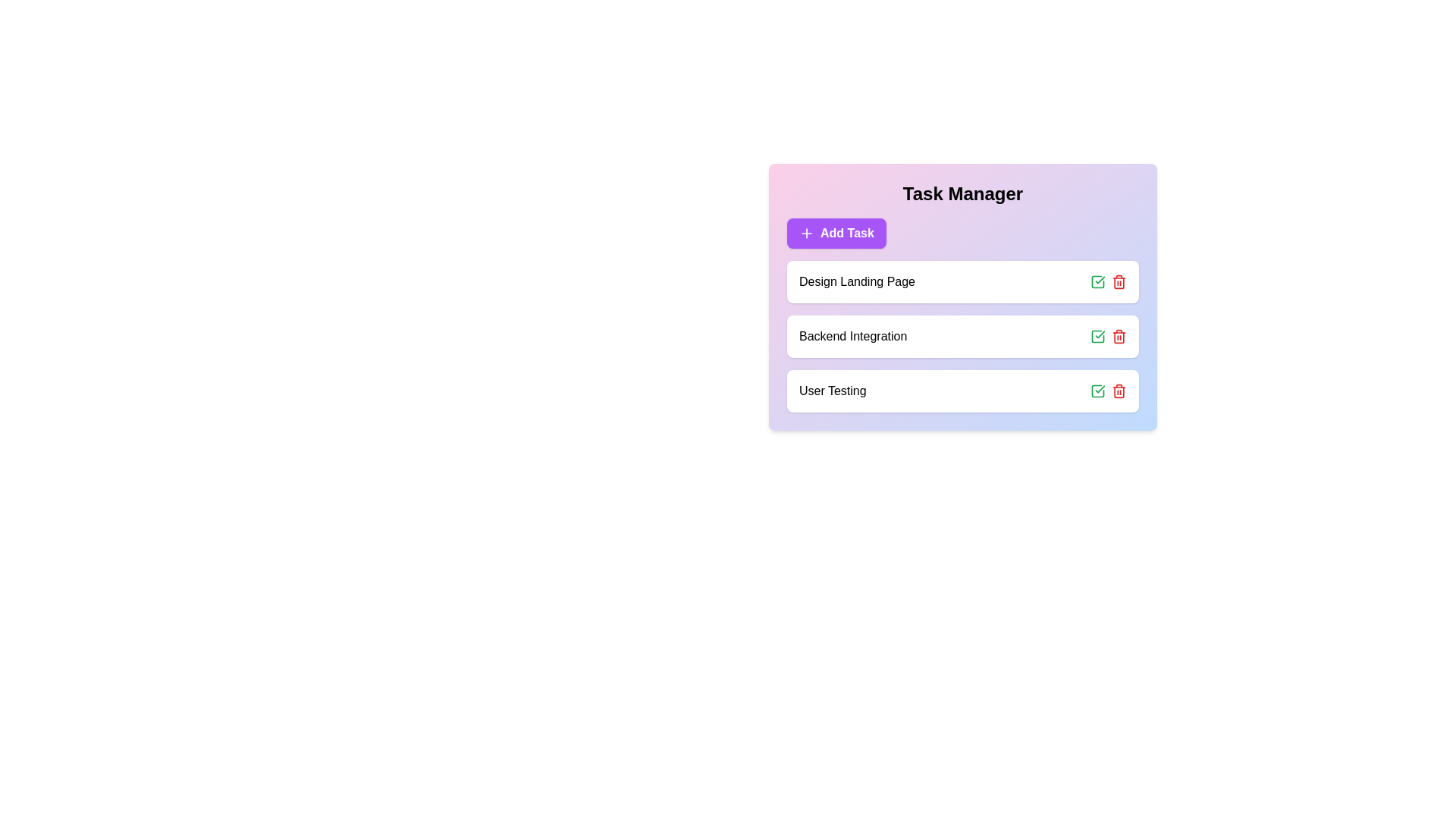  Describe the element at coordinates (1119, 391) in the screenshot. I see `trash icon for the task 'User Testing' to remove it` at that location.